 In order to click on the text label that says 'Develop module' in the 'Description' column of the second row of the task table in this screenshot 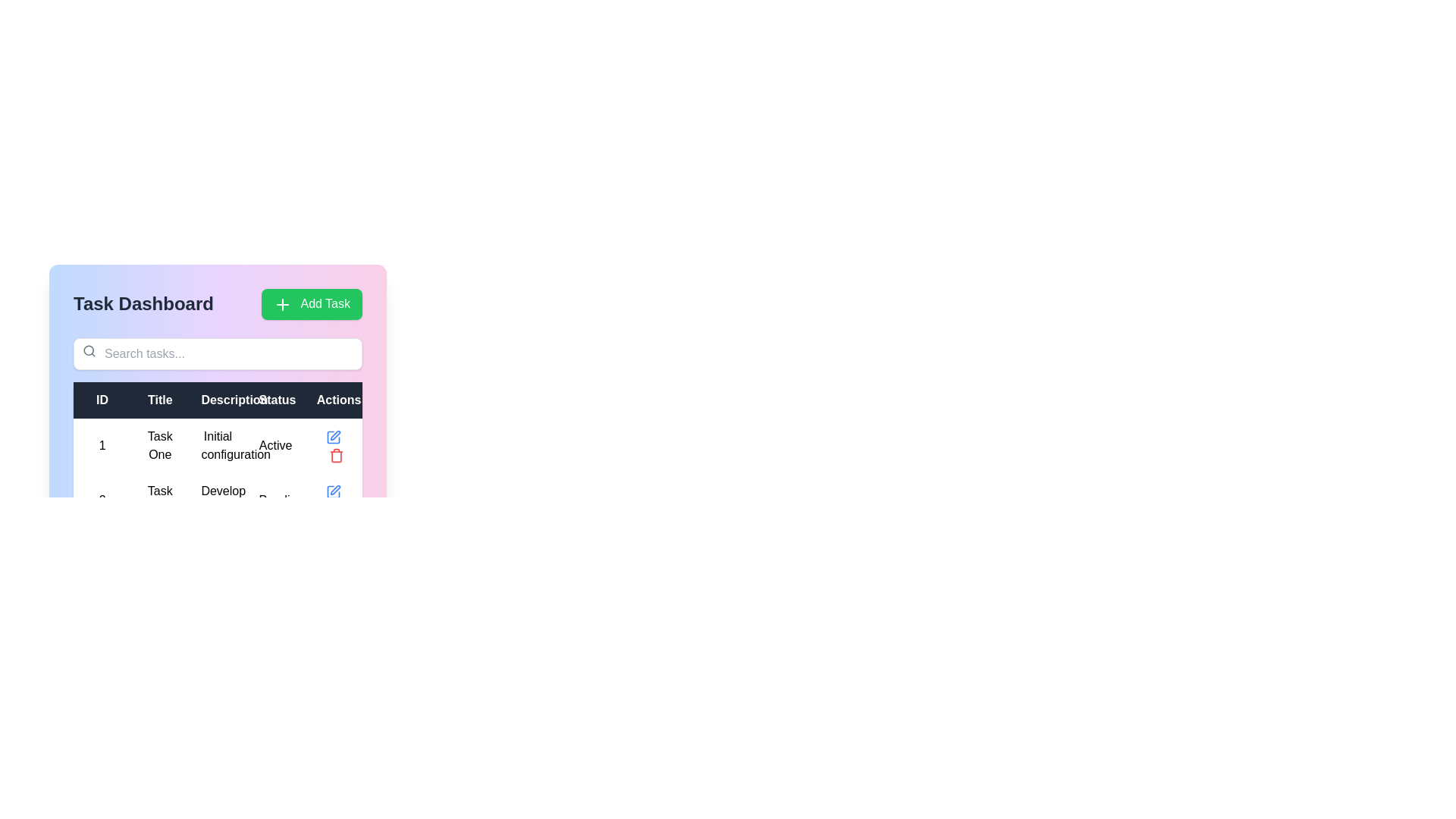, I will do `click(217, 500)`.